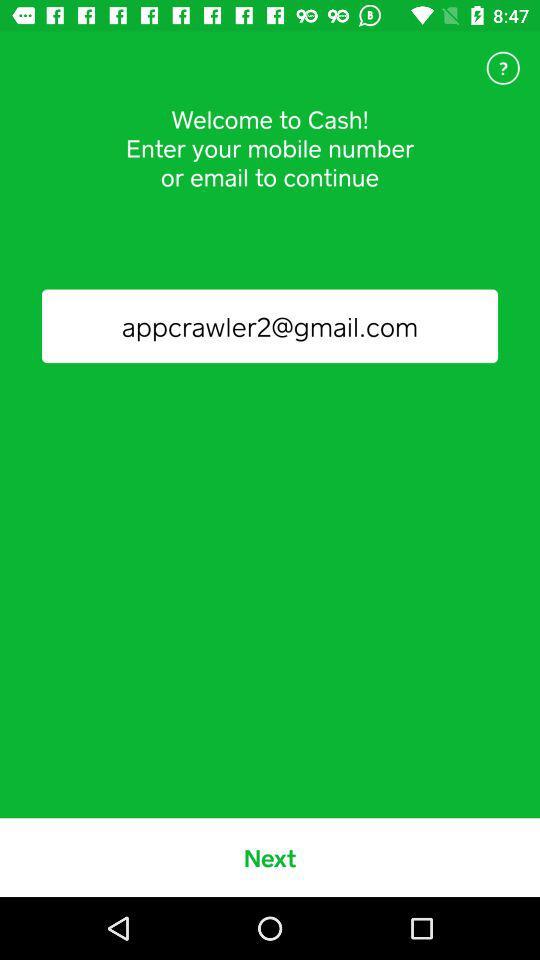 The image size is (540, 960). Describe the element at coordinates (270, 326) in the screenshot. I see `the item above next icon` at that location.